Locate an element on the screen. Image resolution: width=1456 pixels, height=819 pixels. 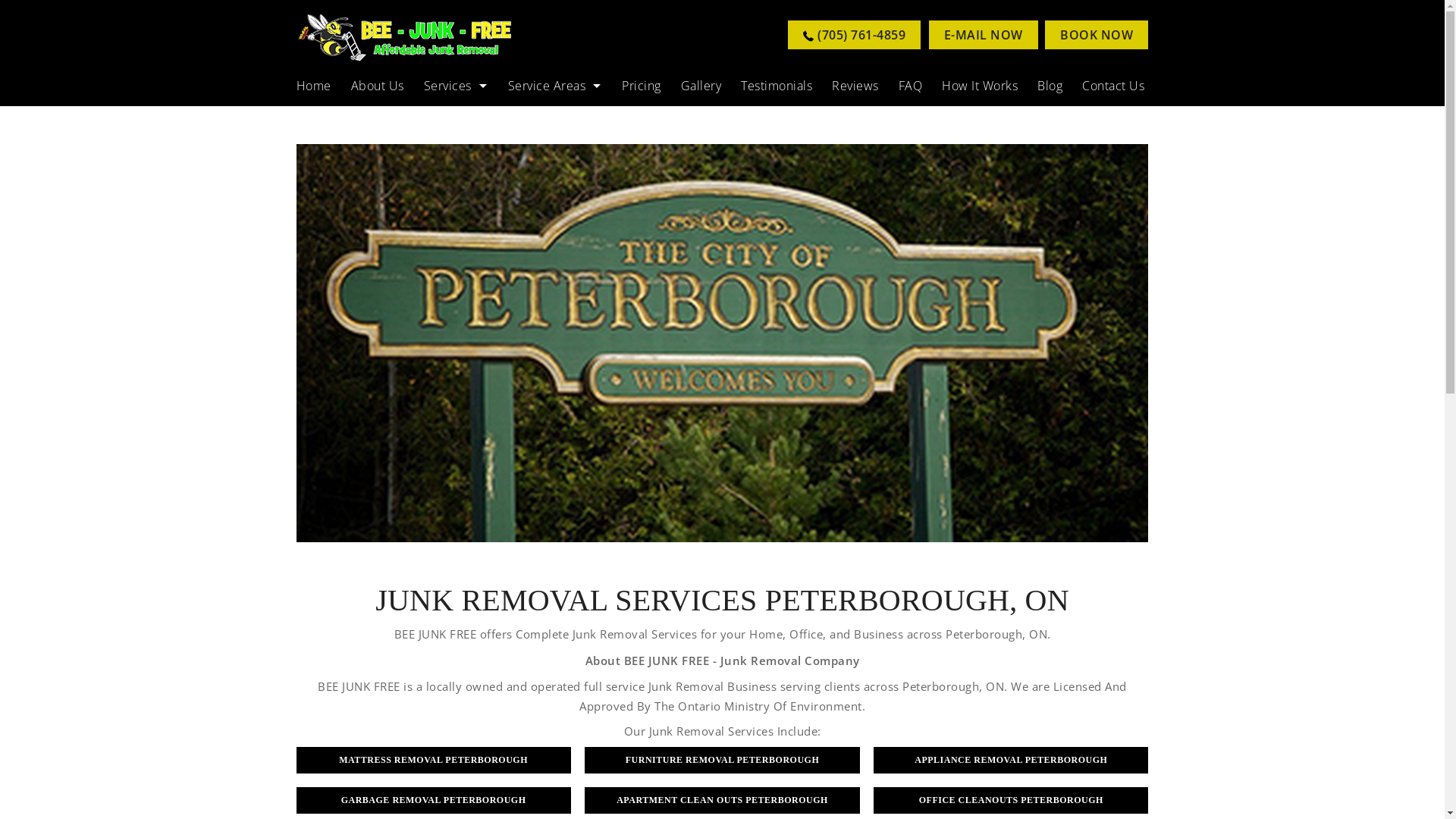
'Testimonials' is located at coordinates (776, 86).